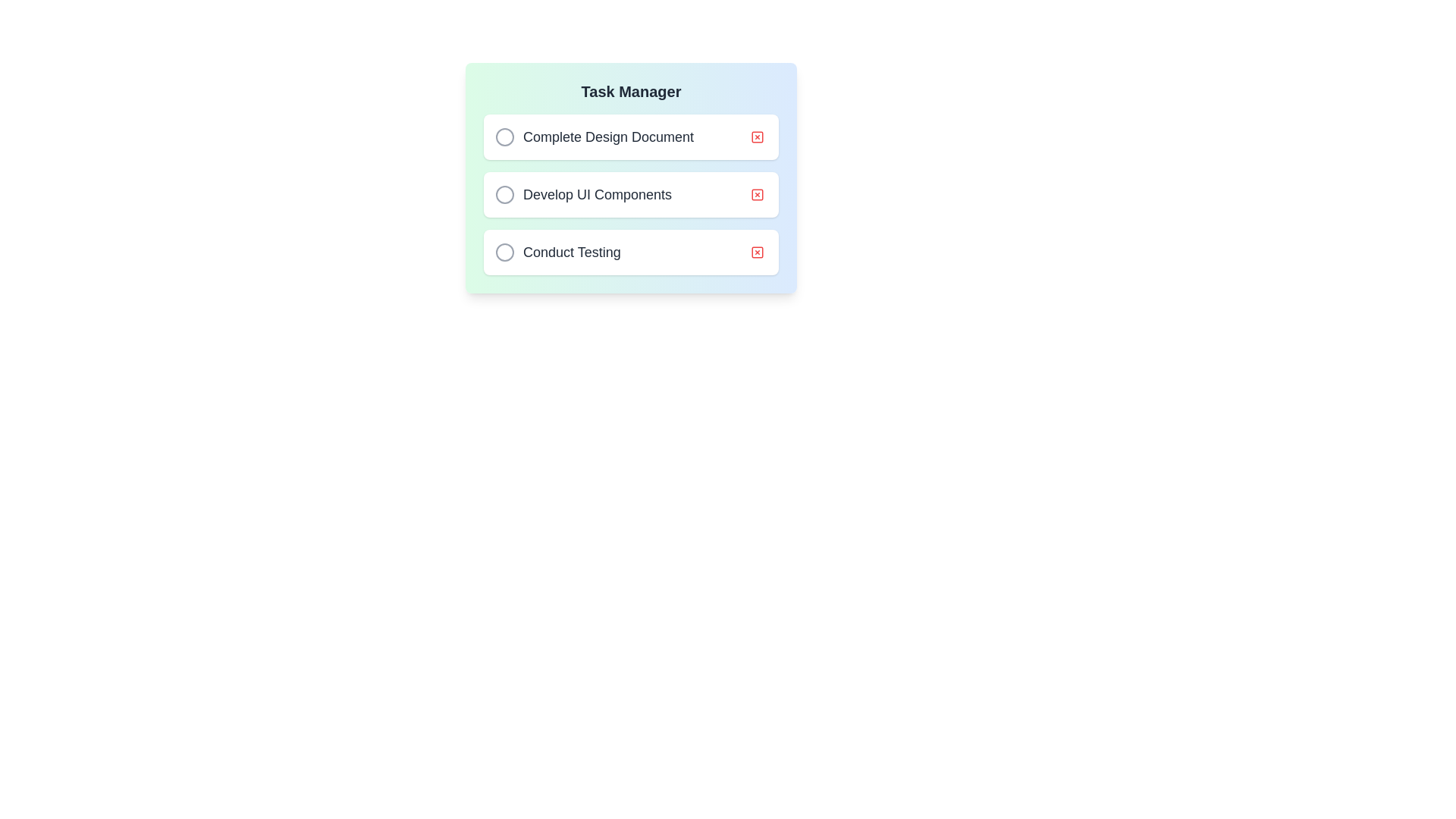 Image resolution: width=1456 pixels, height=819 pixels. What do you see at coordinates (757, 251) in the screenshot?
I see `the button for removing or canceling the 'Conduct Testing' task, located to the right of the task item in the 'Task Manager' panel` at bounding box center [757, 251].